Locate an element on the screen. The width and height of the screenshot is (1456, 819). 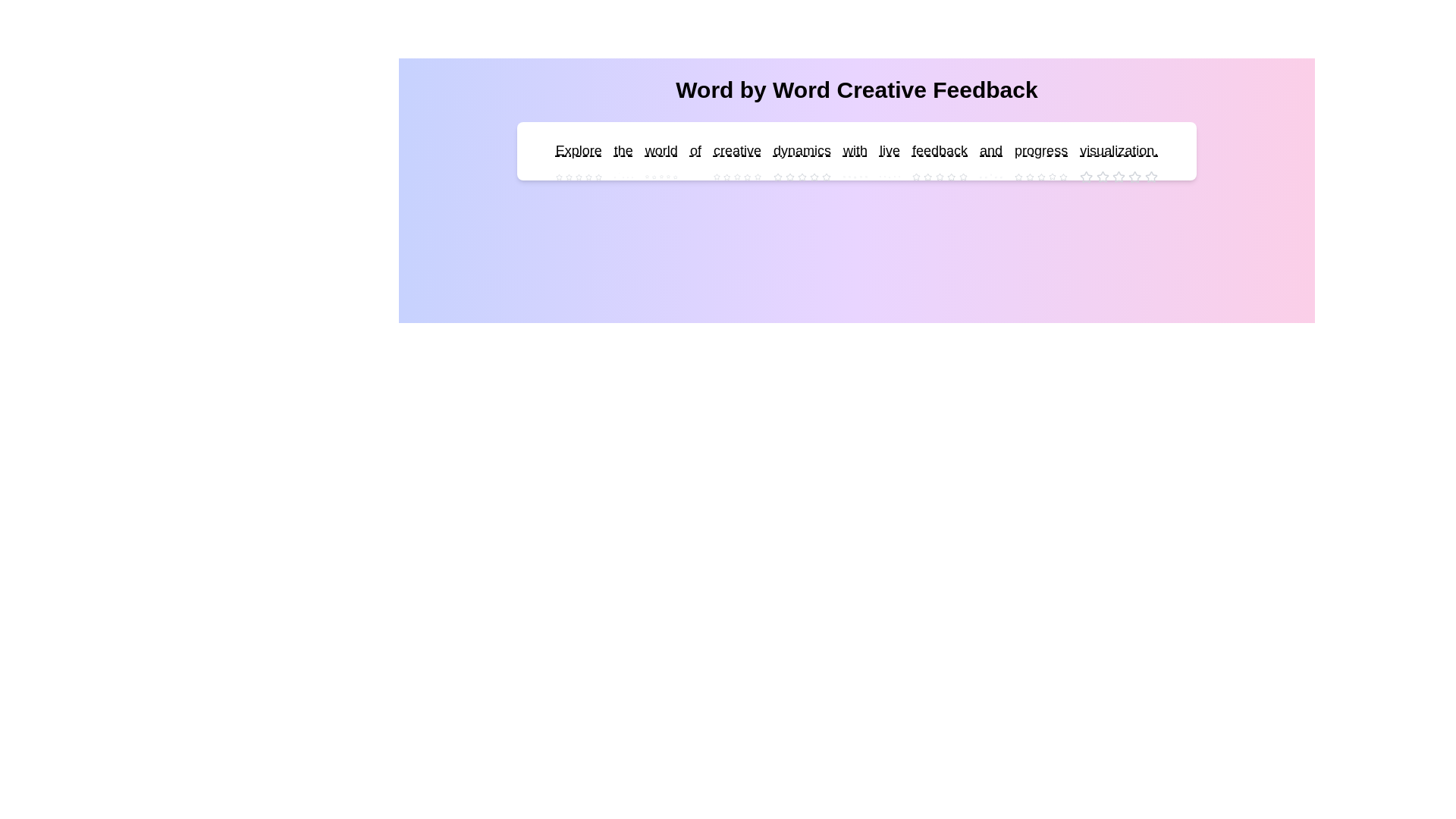
the word 'progress' to see its interactive area is located at coordinates (1040, 151).